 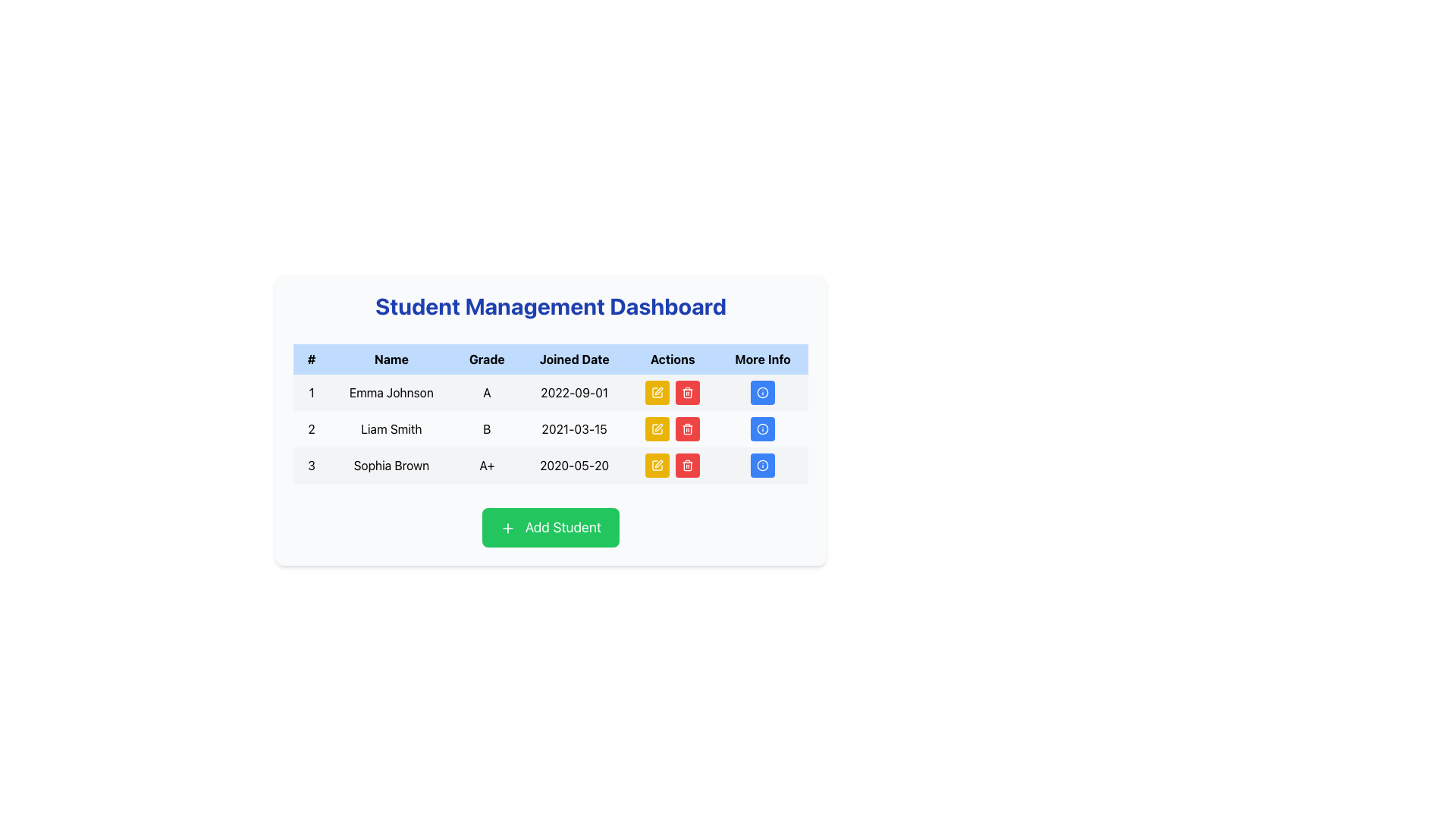 What do you see at coordinates (658, 391) in the screenshot?
I see `the edit icon represented by a small outlined circle with a pen icon in the 'Actions' column of the second row for 'Liam Smith'` at bounding box center [658, 391].